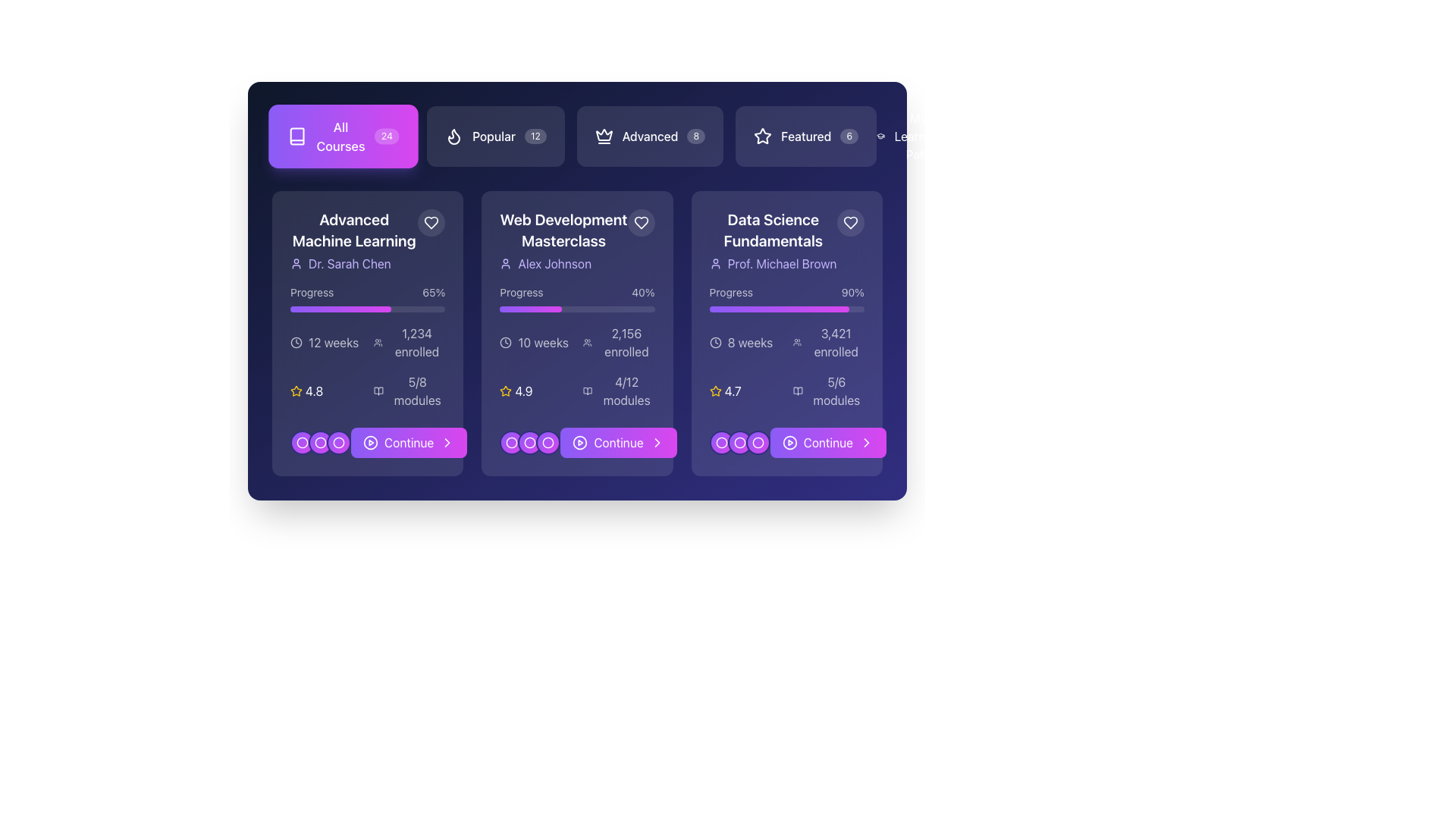  Describe the element at coordinates (343, 136) in the screenshot. I see `the 'All Courses' button, which is the first button in the navigation segment with a gradient background and a badge displaying '24'` at that location.